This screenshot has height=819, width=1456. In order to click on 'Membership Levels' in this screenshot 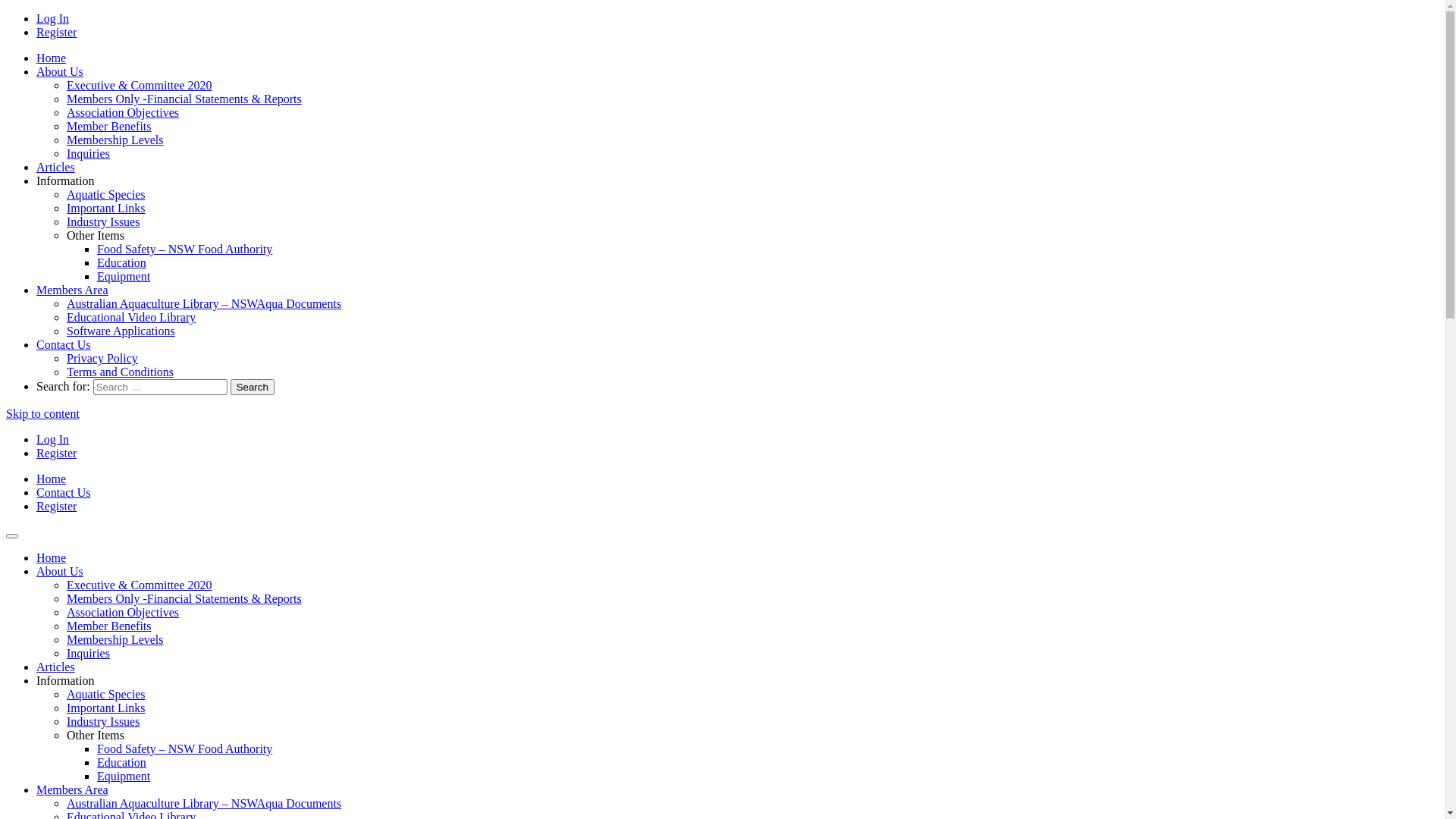, I will do `click(115, 140)`.